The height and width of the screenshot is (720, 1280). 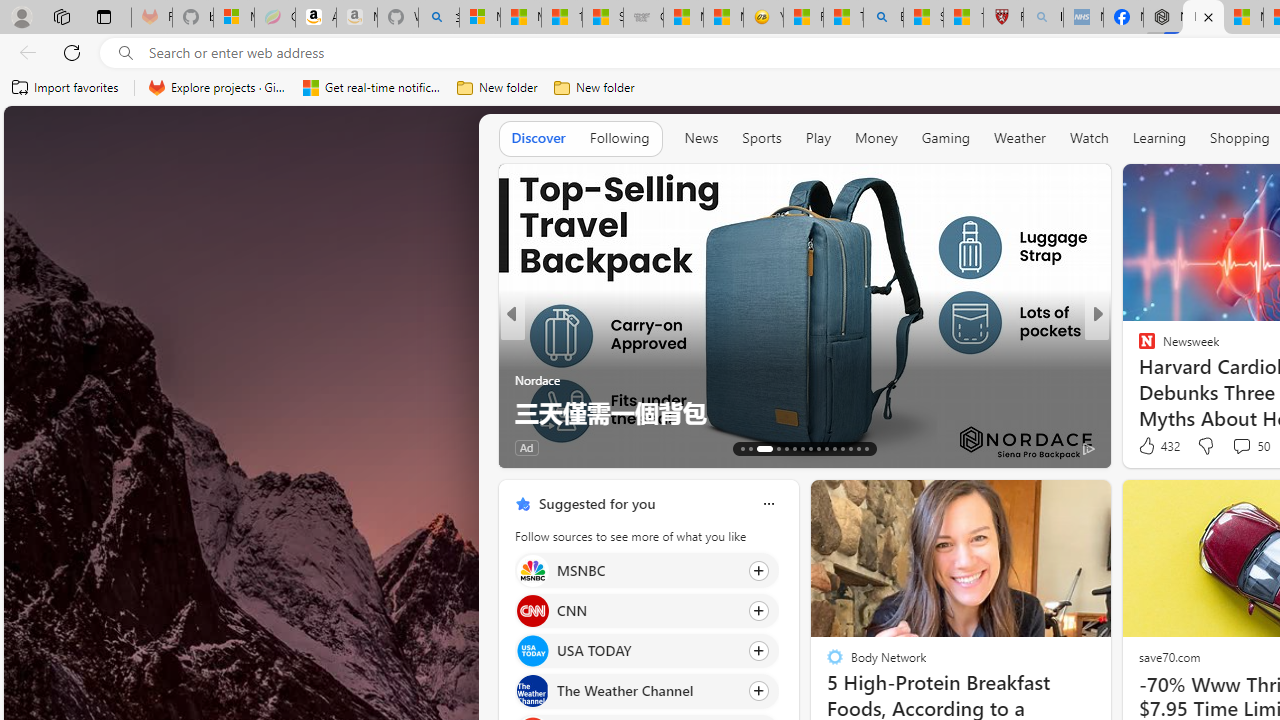 What do you see at coordinates (742, 447) in the screenshot?
I see `'AutomationID: tab-66'` at bounding box center [742, 447].